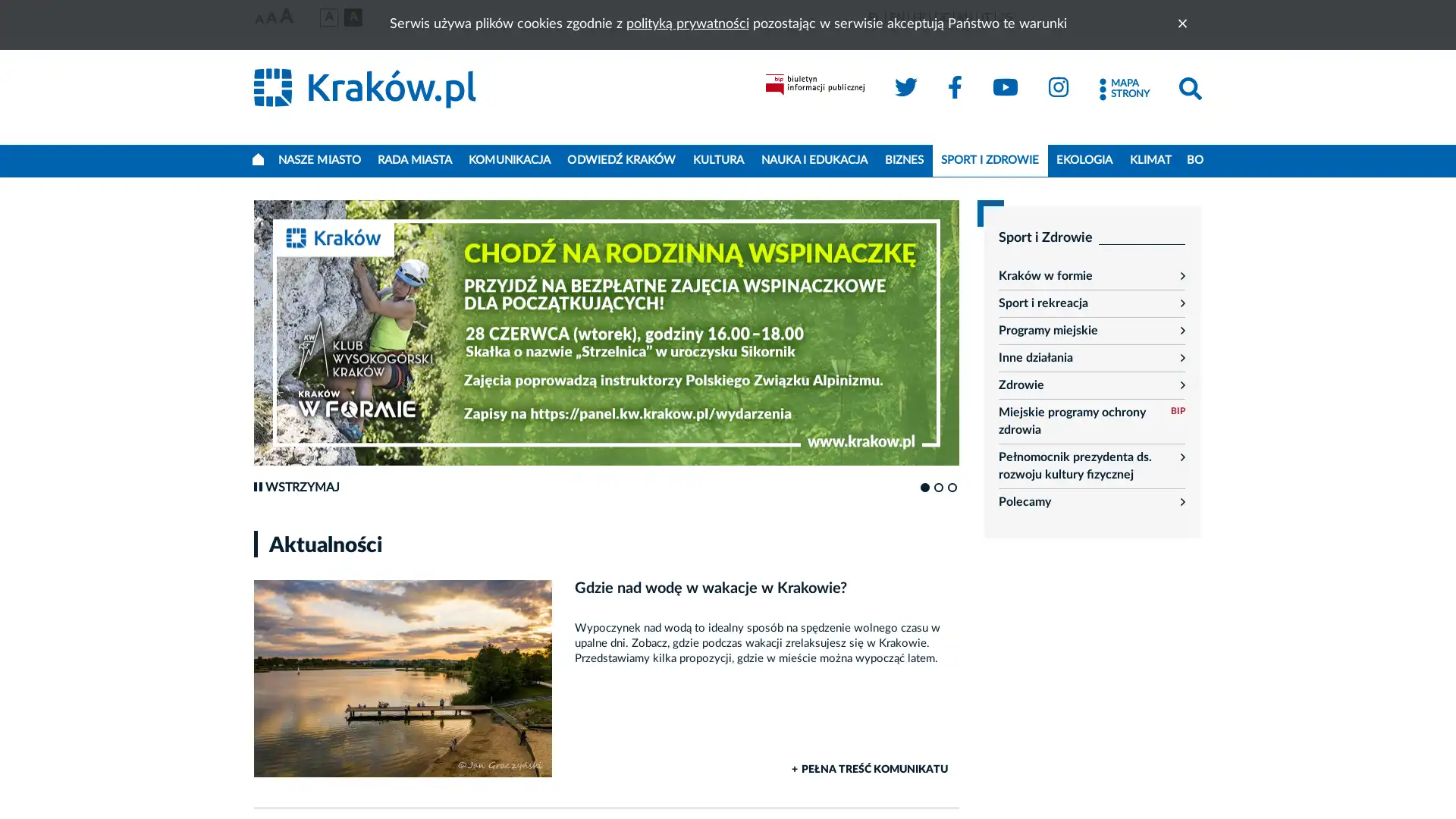  What do you see at coordinates (259, 20) in the screenshot?
I see `Najmniejsza czcionka` at bounding box center [259, 20].